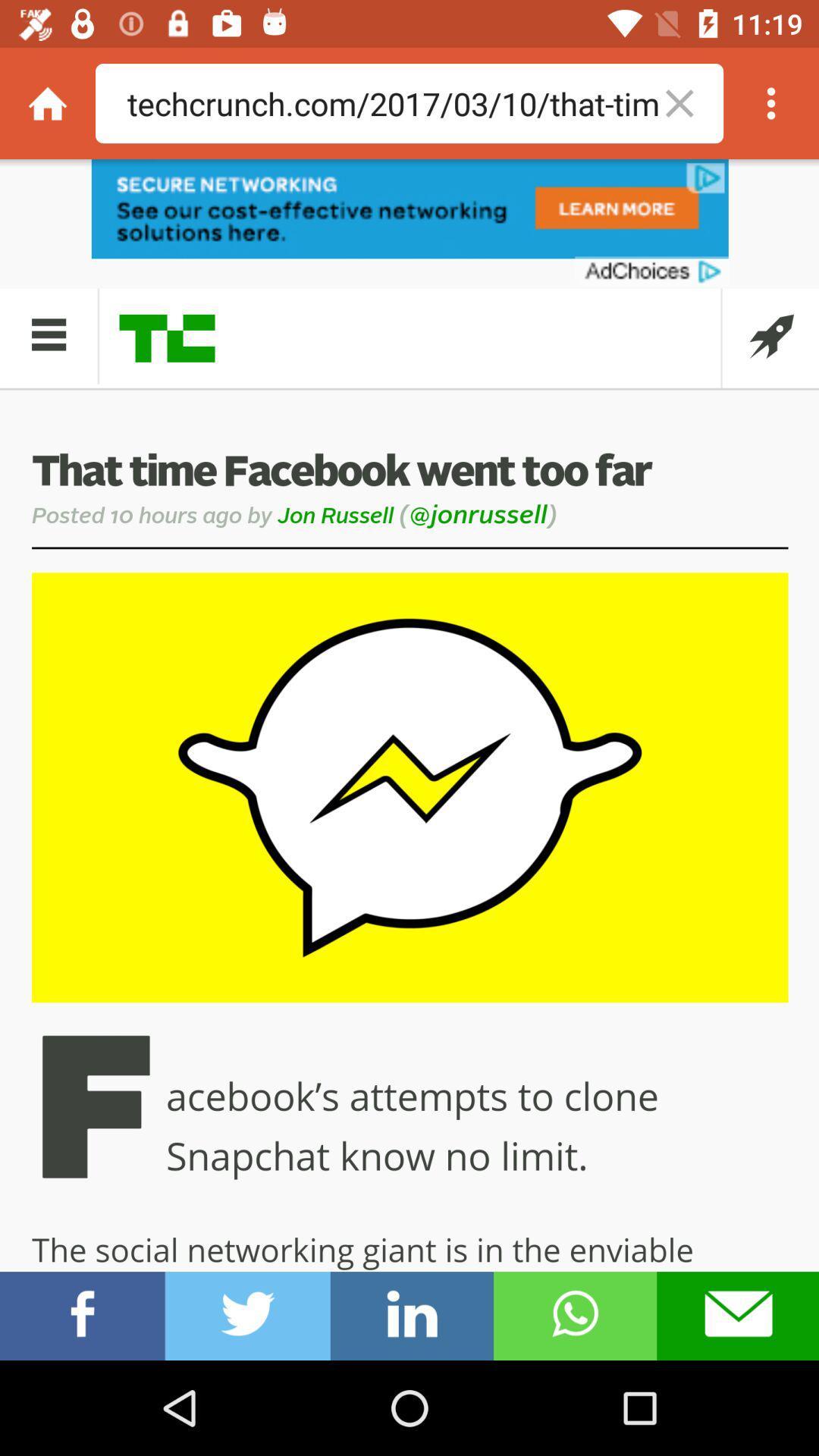 The height and width of the screenshot is (1456, 819). Describe the element at coordinates (46, 102) in the screenshot. I see `home` at that location.